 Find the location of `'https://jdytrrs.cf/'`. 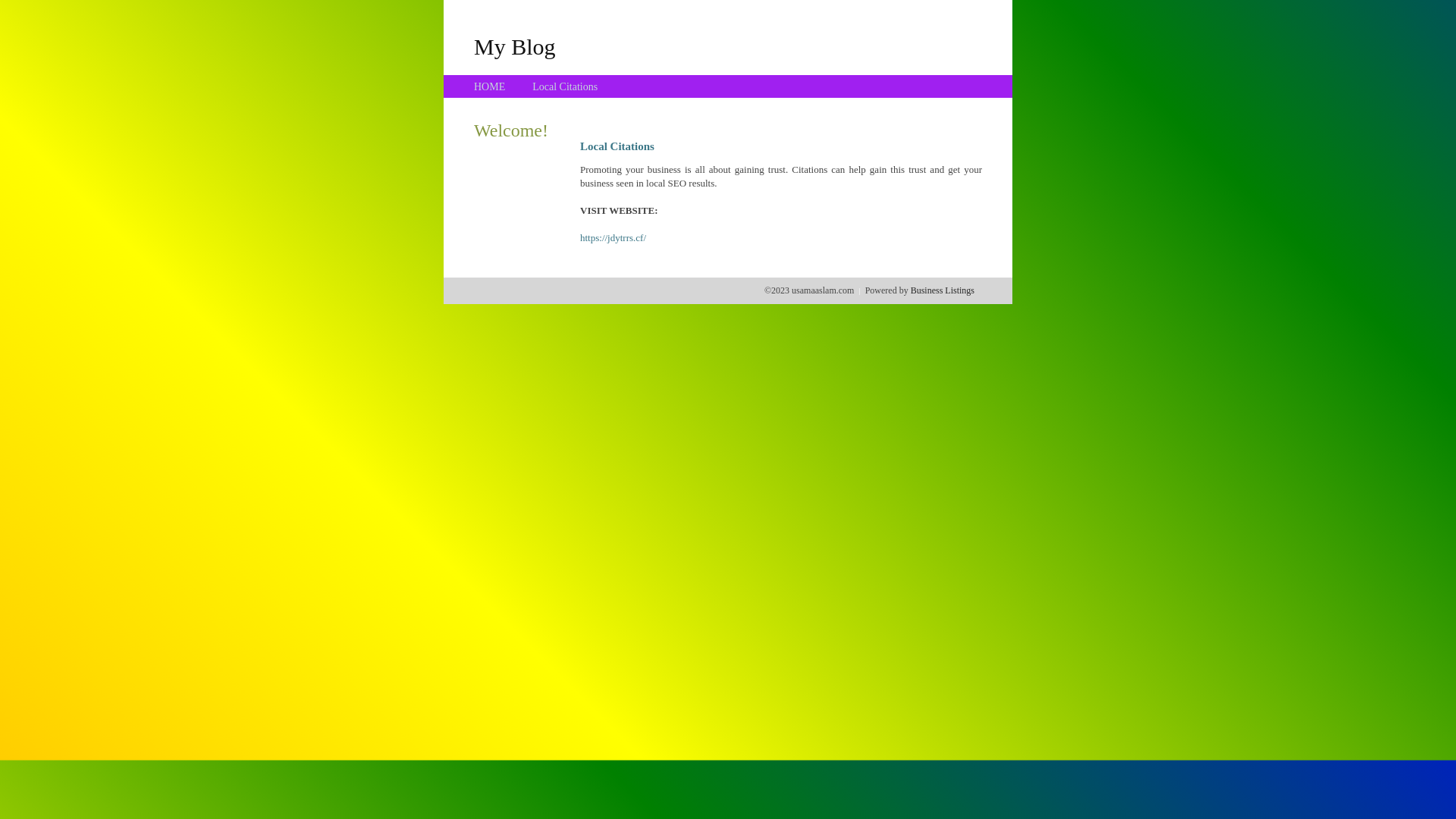

'https://jdytrrs.cf/' is located at coordinates (613, 237).